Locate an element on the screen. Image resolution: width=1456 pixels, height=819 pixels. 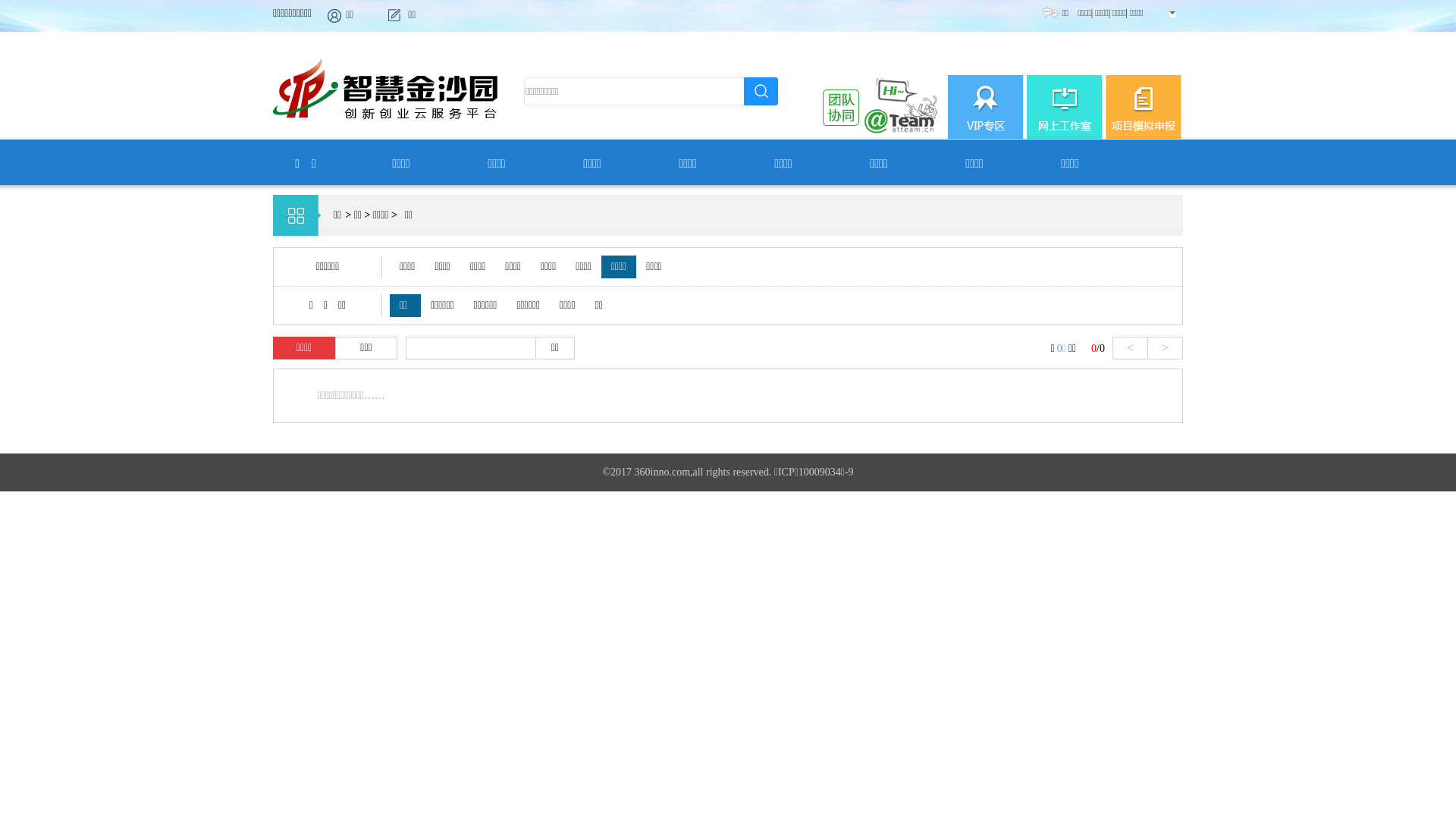
'>' is located at coordinates (1164, 348).